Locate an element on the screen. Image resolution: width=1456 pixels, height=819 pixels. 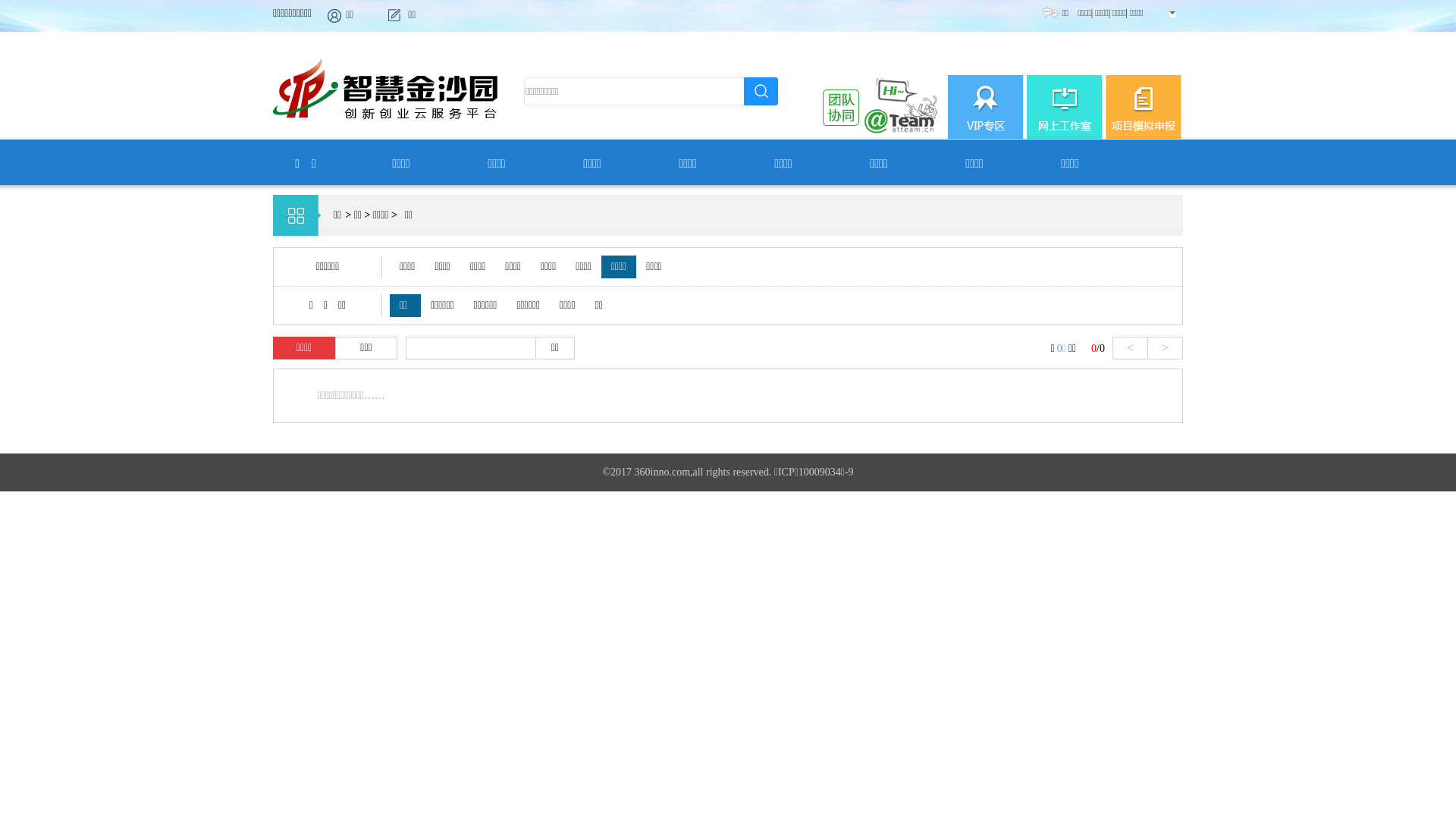
'>' is located at coordinates (1164, 348).